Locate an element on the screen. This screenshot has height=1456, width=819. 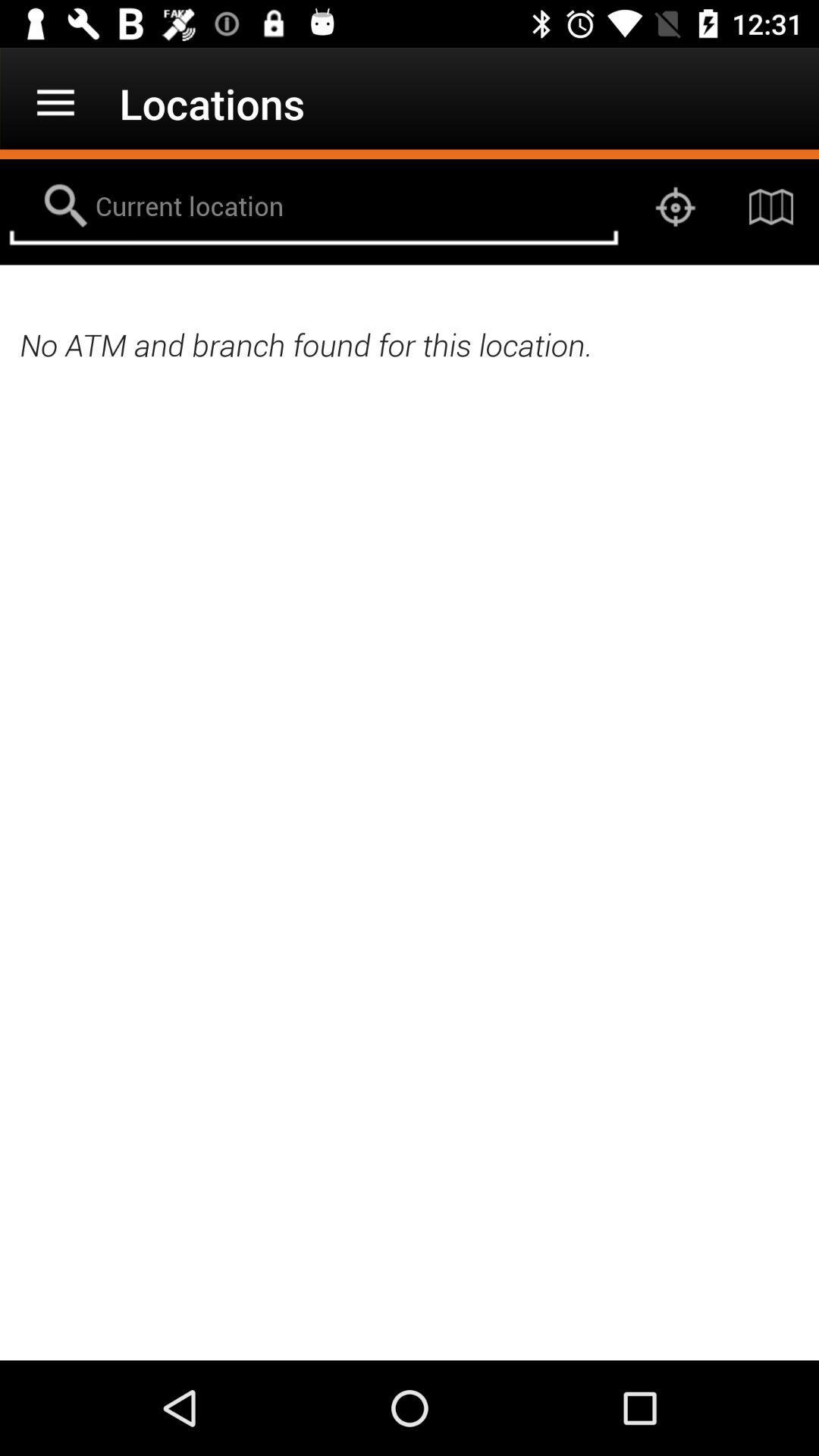
the book icon is located at coordinates (771, 206).